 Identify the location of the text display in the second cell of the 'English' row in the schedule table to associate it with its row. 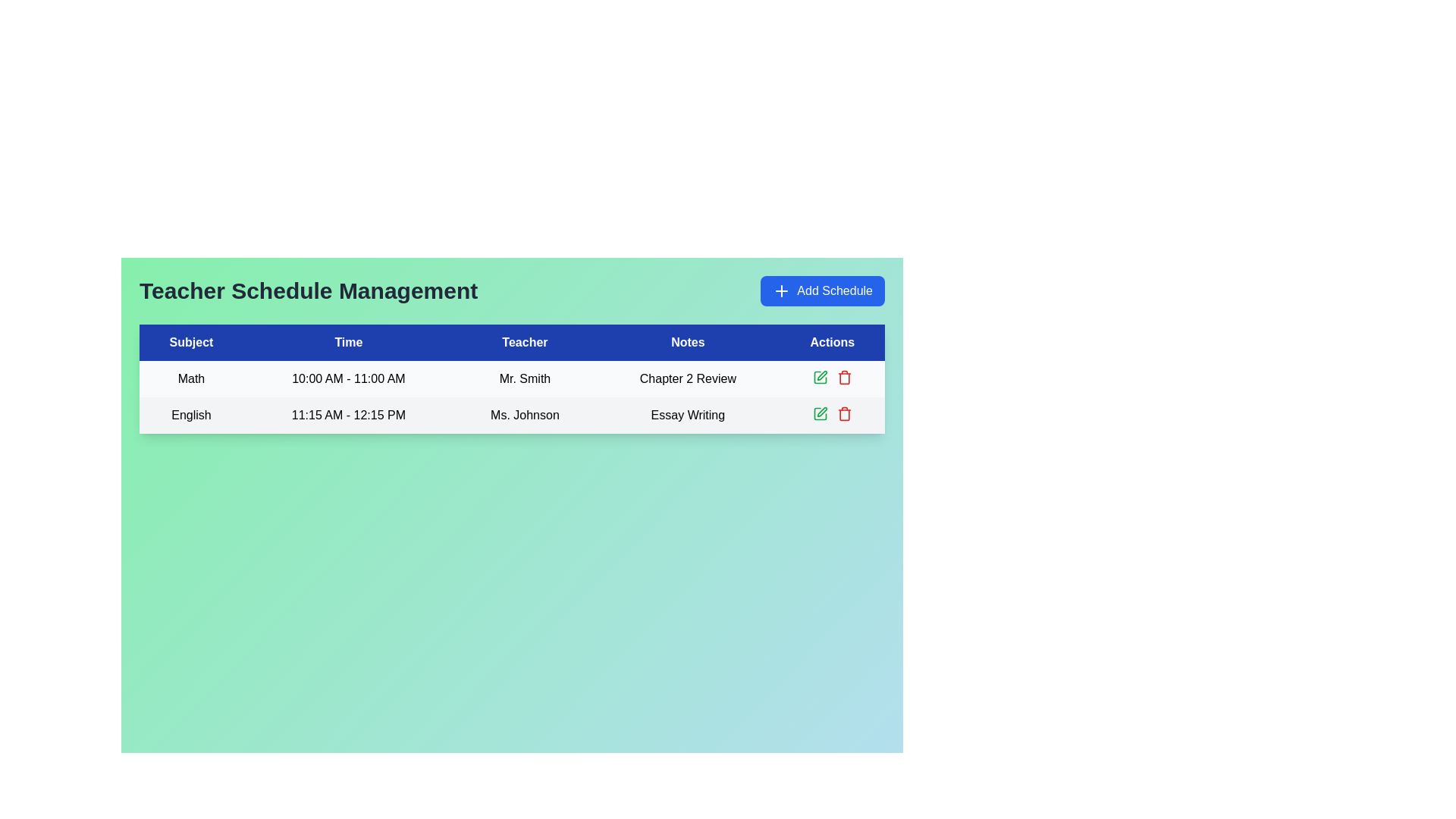
(347, 415).